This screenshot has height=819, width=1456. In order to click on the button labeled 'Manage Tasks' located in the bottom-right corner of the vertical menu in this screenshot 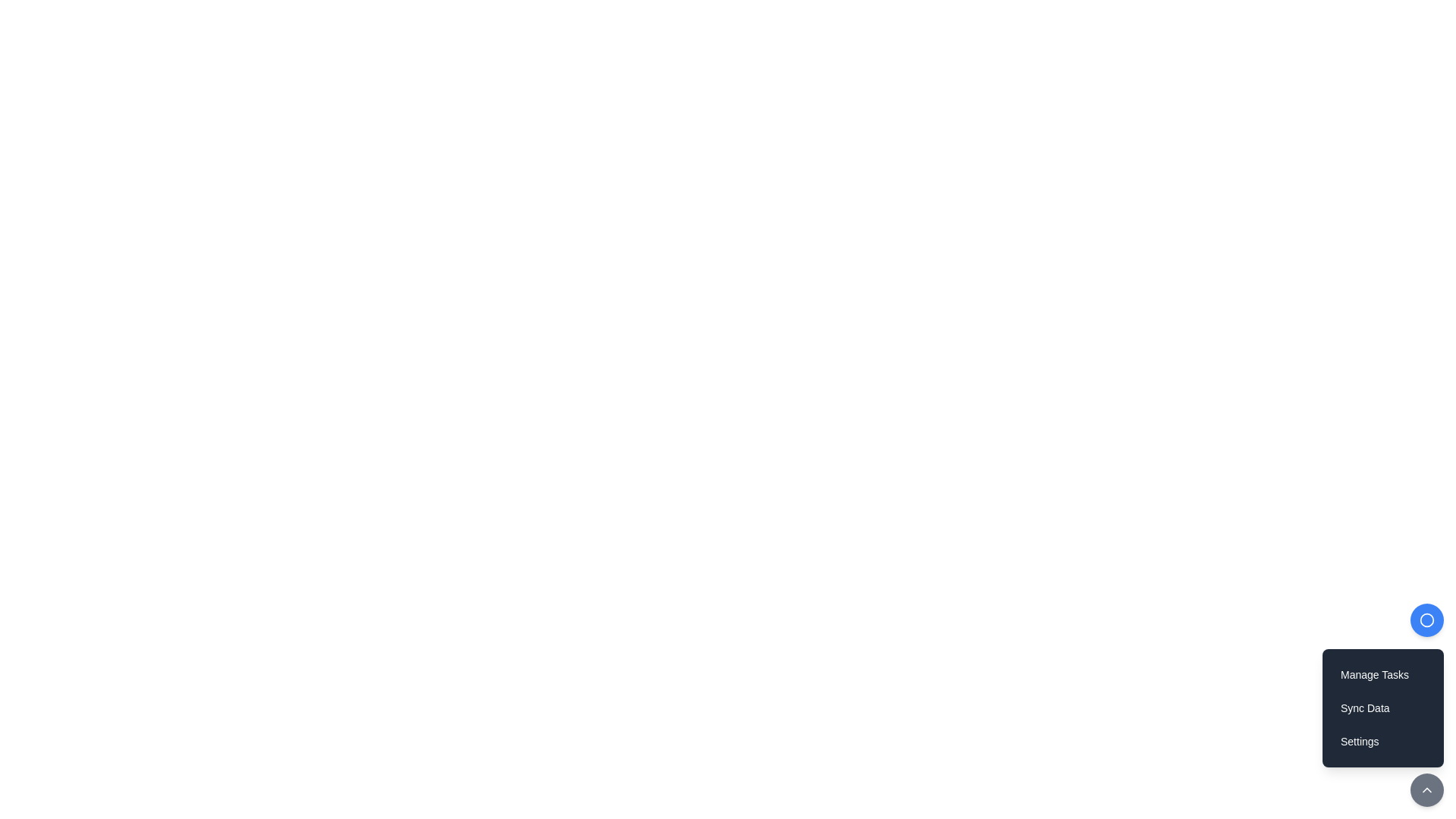, I will do `click(1383, 674)`.